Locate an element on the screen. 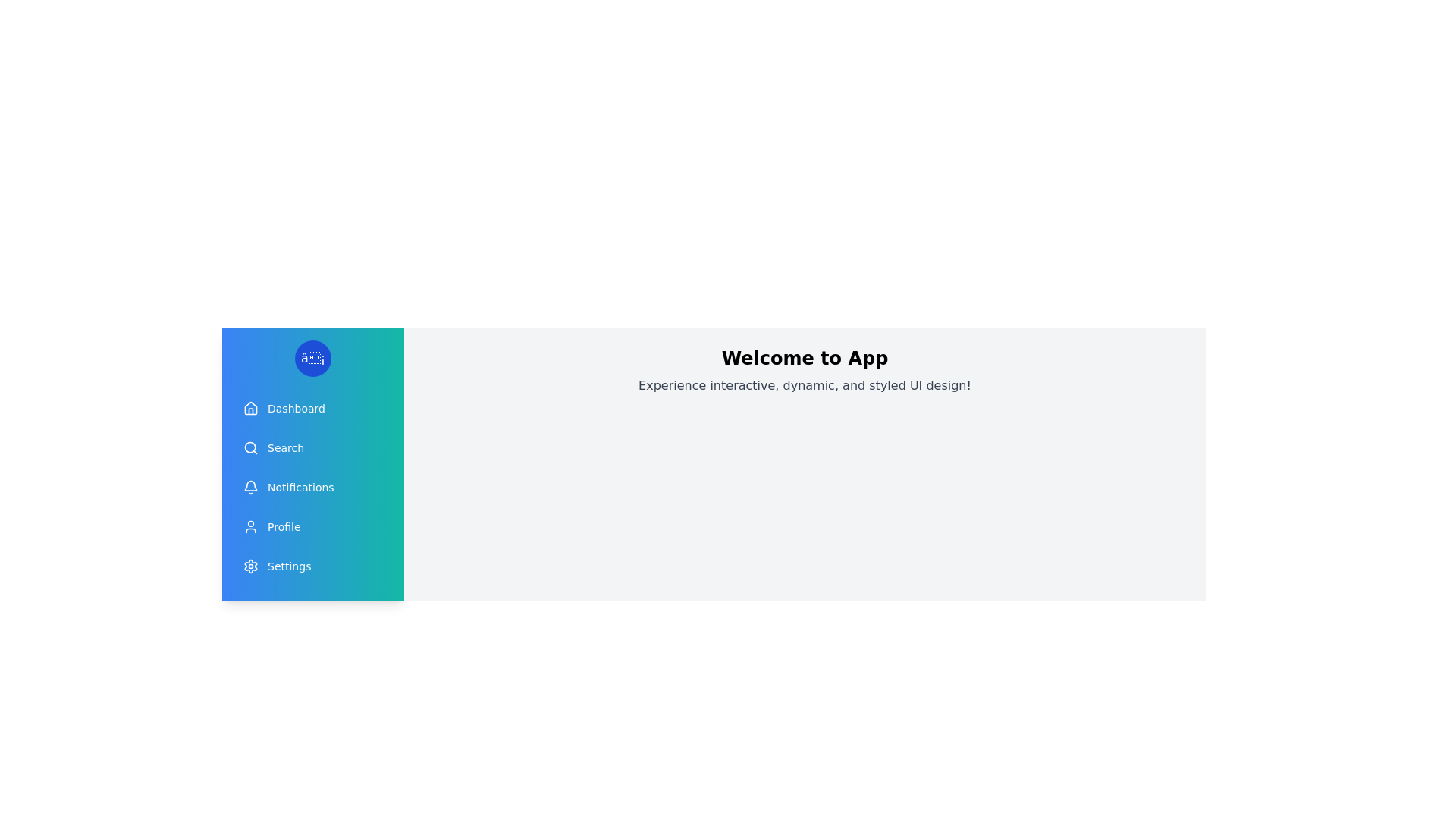 This screenshot has width=1456, height=819. the menu item Profile to observe its hover effect is located at coordinates (312, 526).